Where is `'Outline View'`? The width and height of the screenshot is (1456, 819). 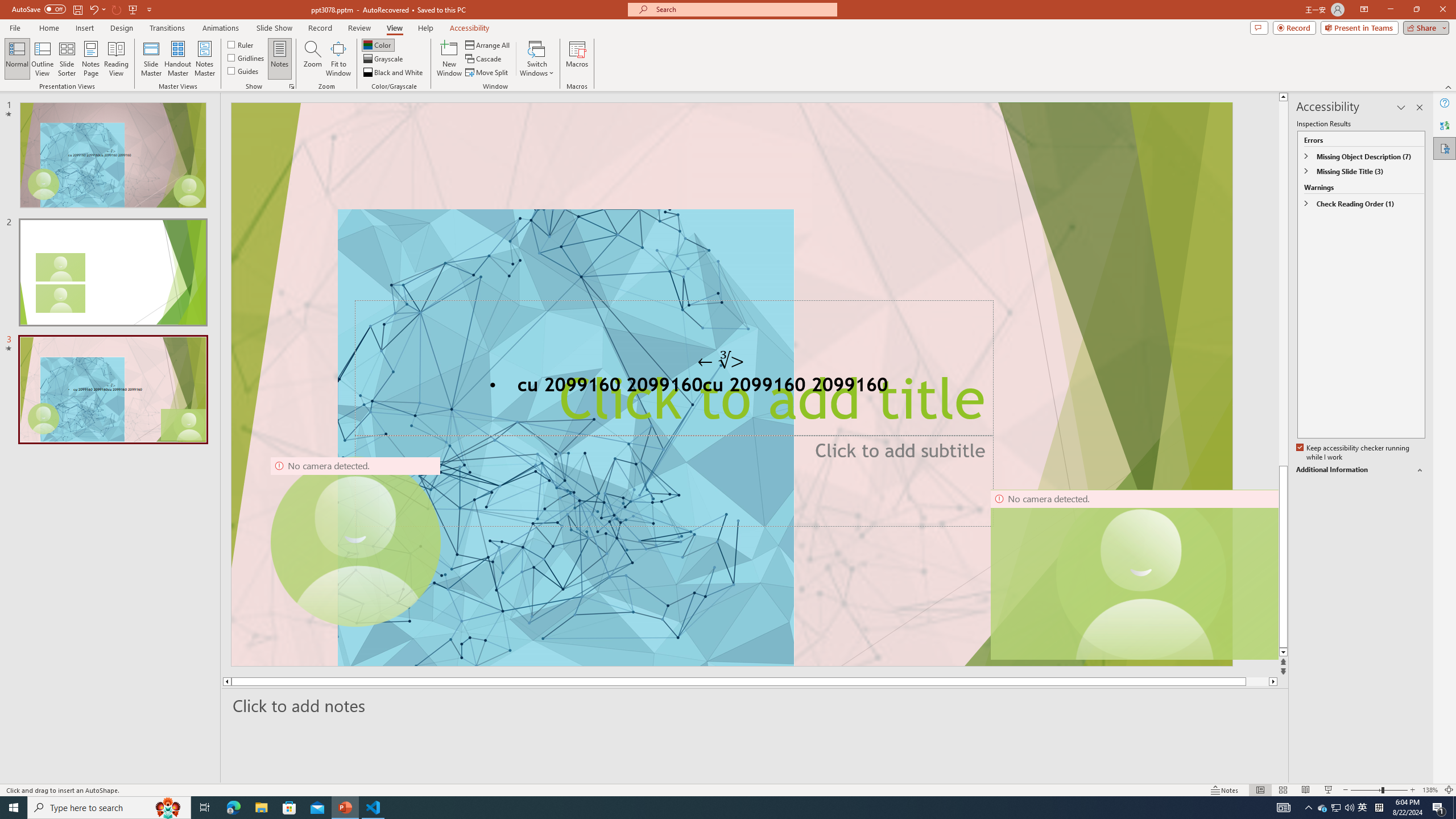 'Outline View' is located at coordinates (42, 59).